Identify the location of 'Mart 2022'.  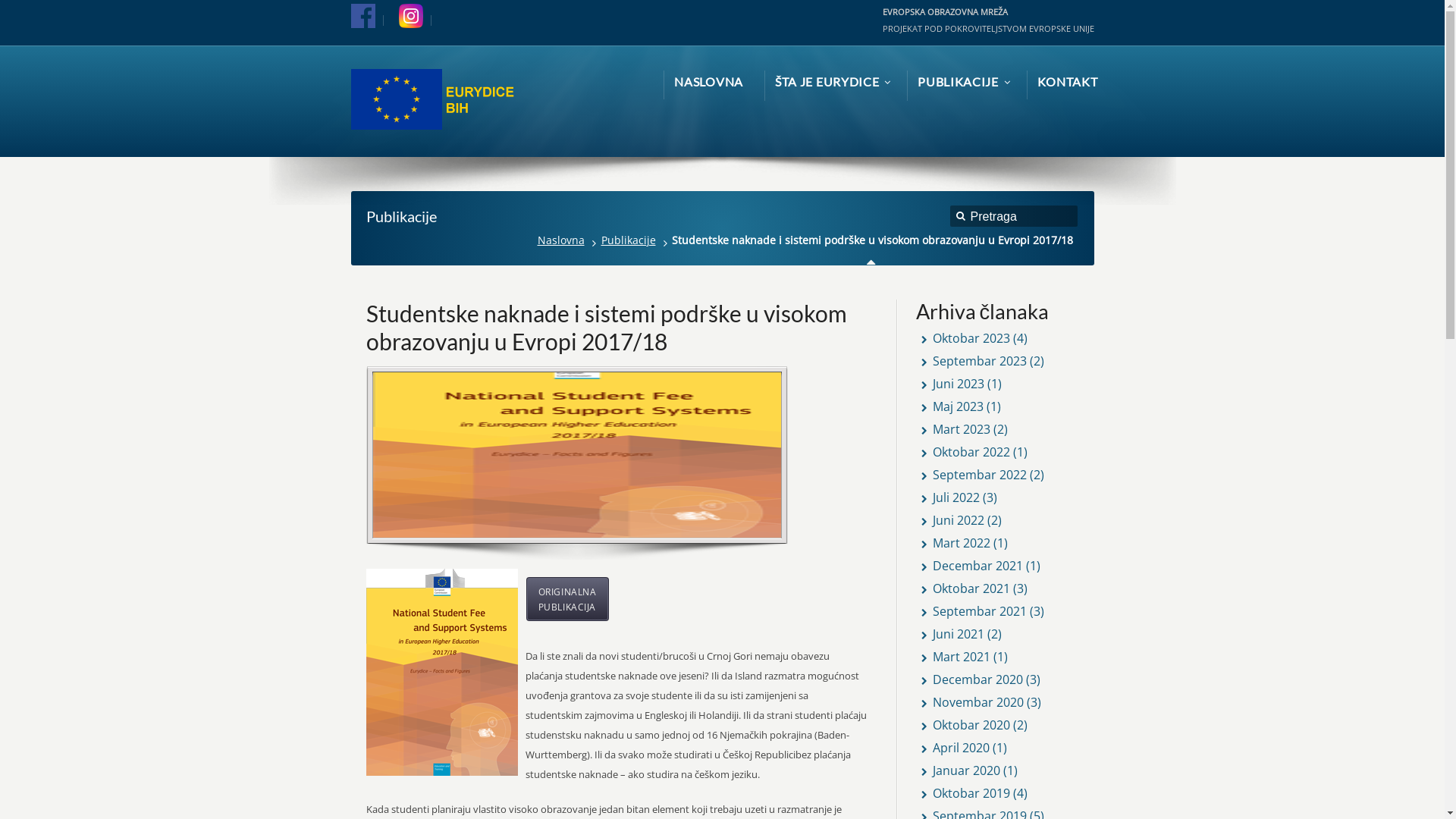
(931, 542).